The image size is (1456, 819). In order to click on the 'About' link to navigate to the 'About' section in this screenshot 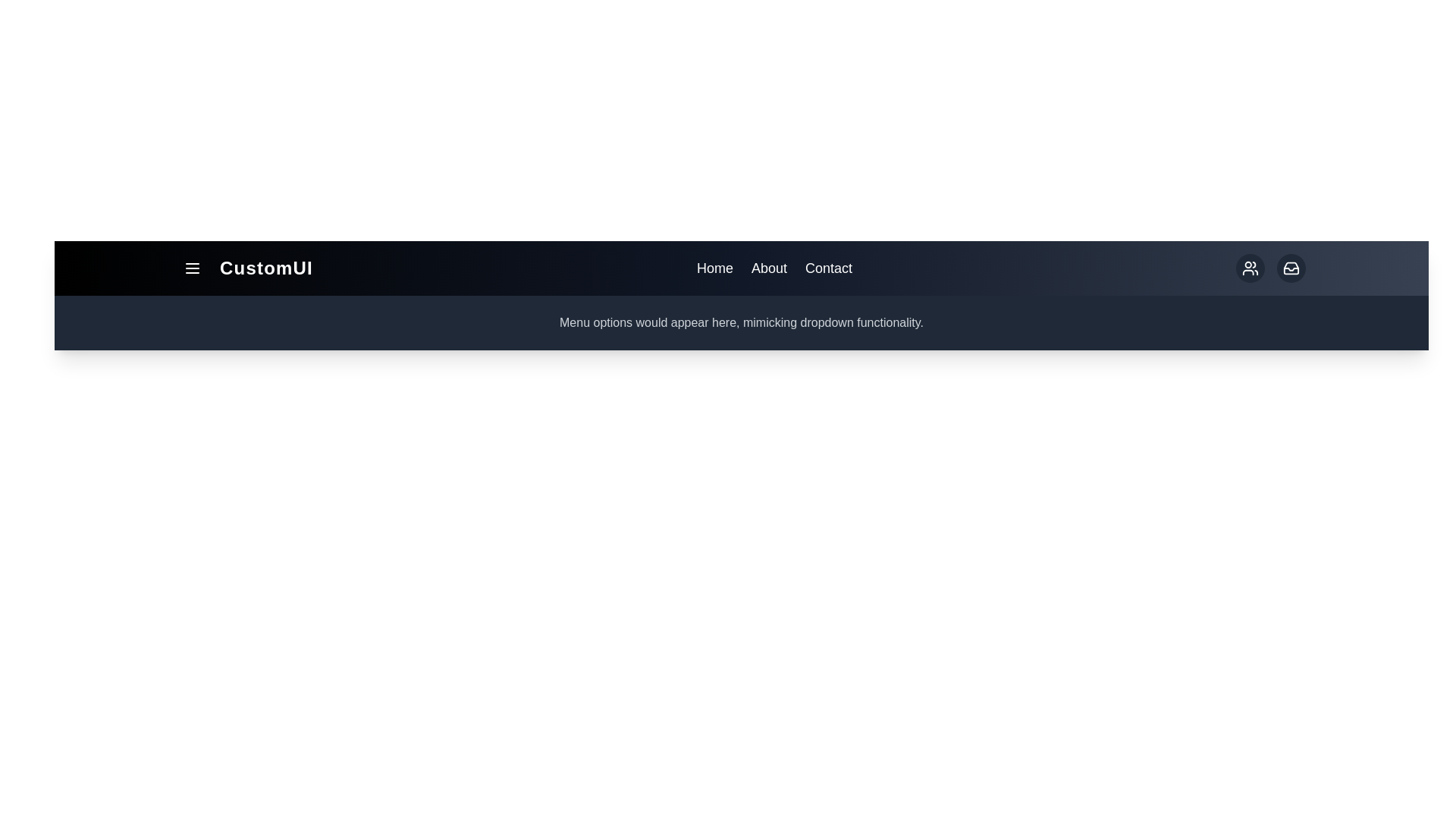, I will do `click(768, 268)`.